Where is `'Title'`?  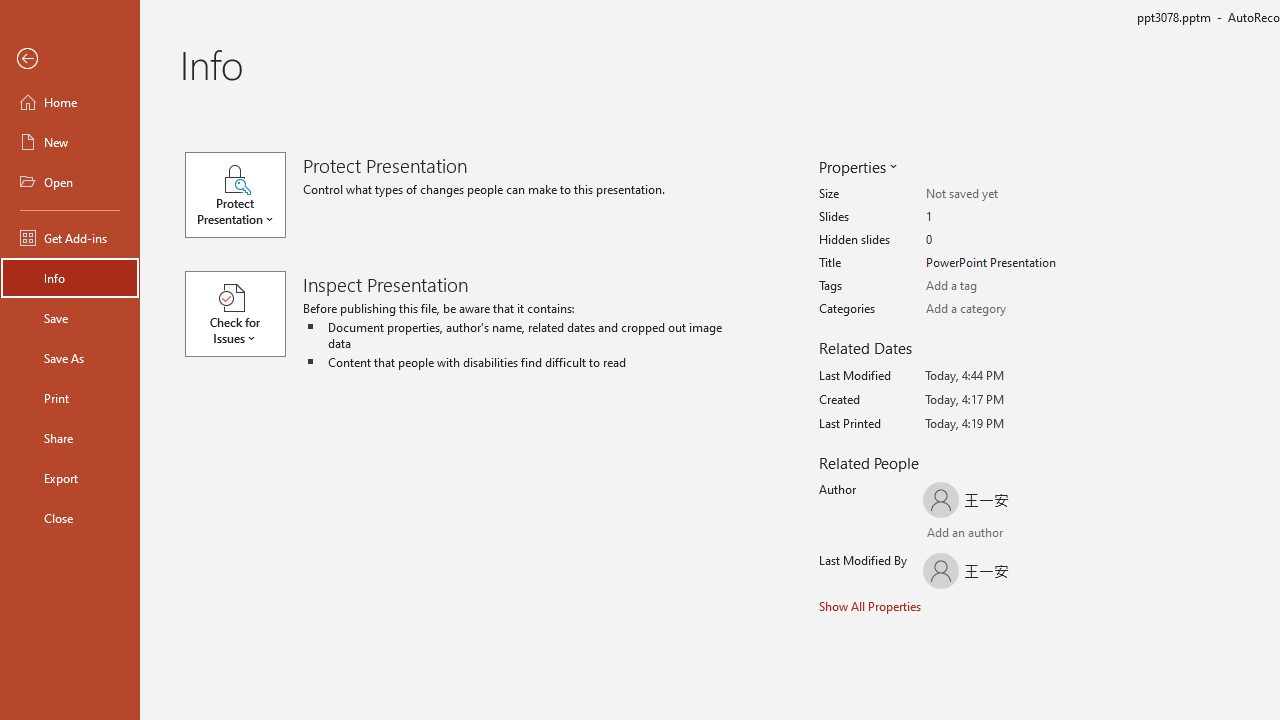 'Title' is located at coordinates (1004, 262).